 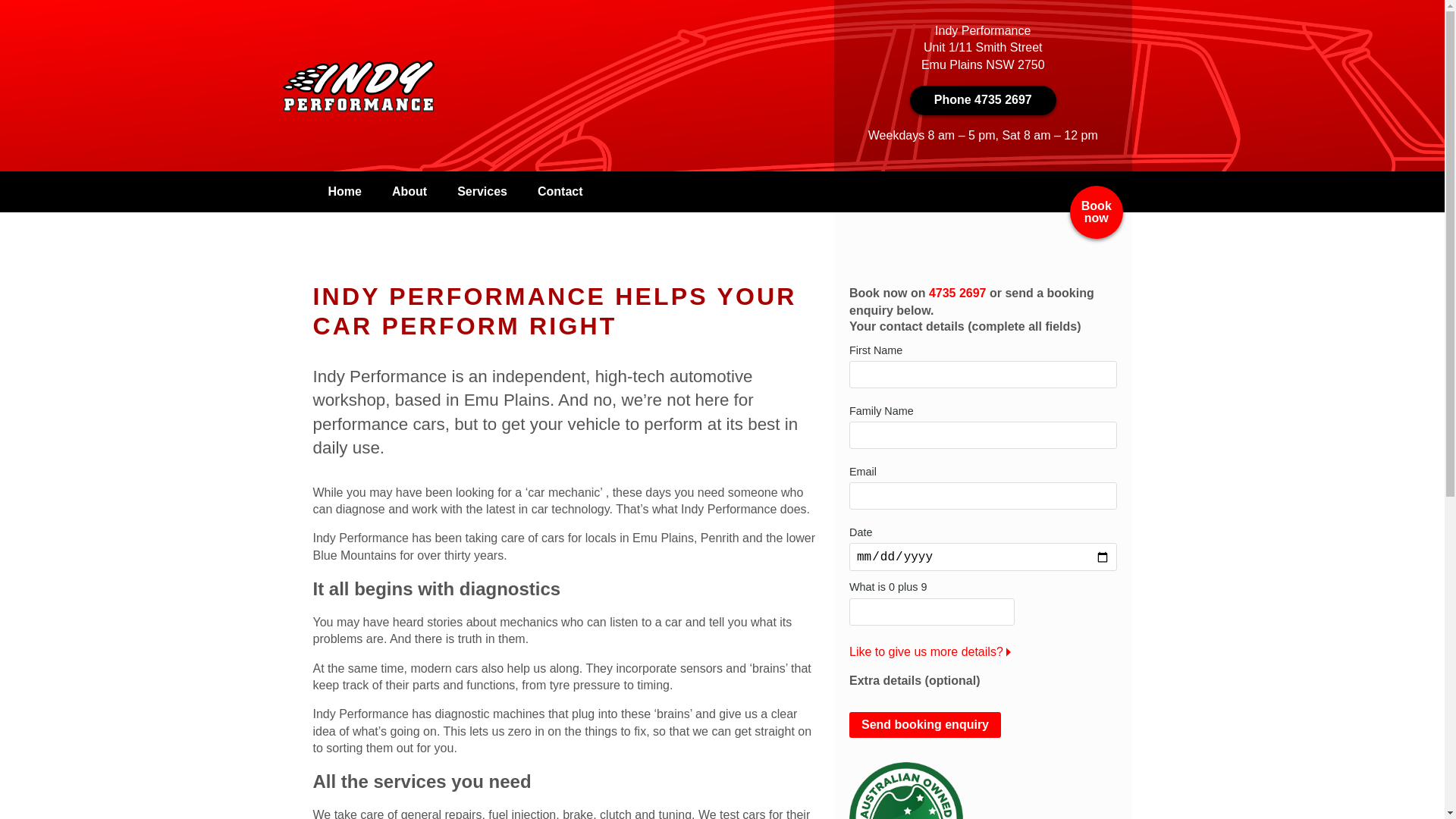 I want to click on 'Send booking enquiry', so click(x=924, y=724).